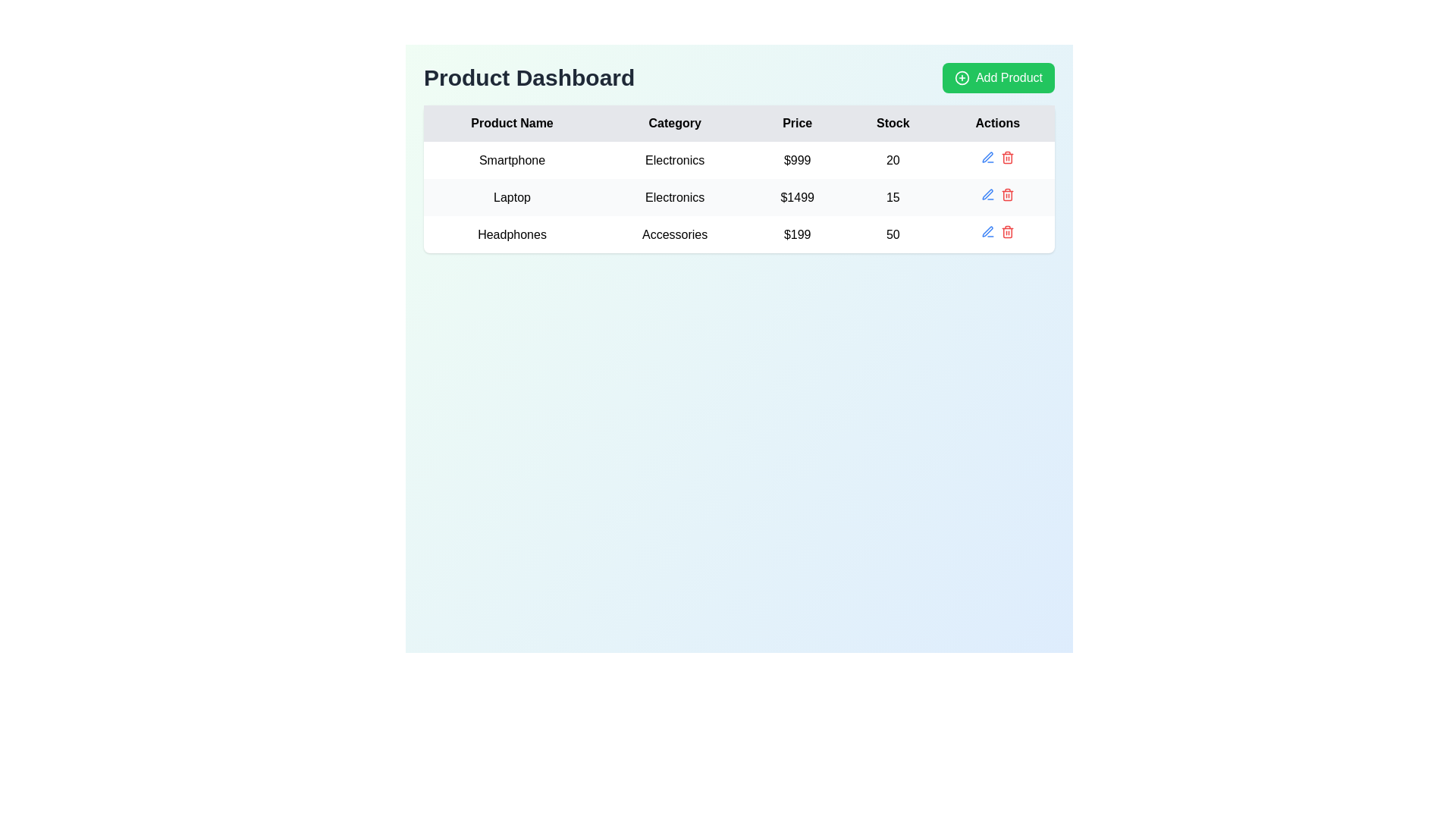 The image size is (1456, 819). I want to click on the non-interactive text label displaying the price of the Laptop, located in the third cell of the data table, so click(796, 196).